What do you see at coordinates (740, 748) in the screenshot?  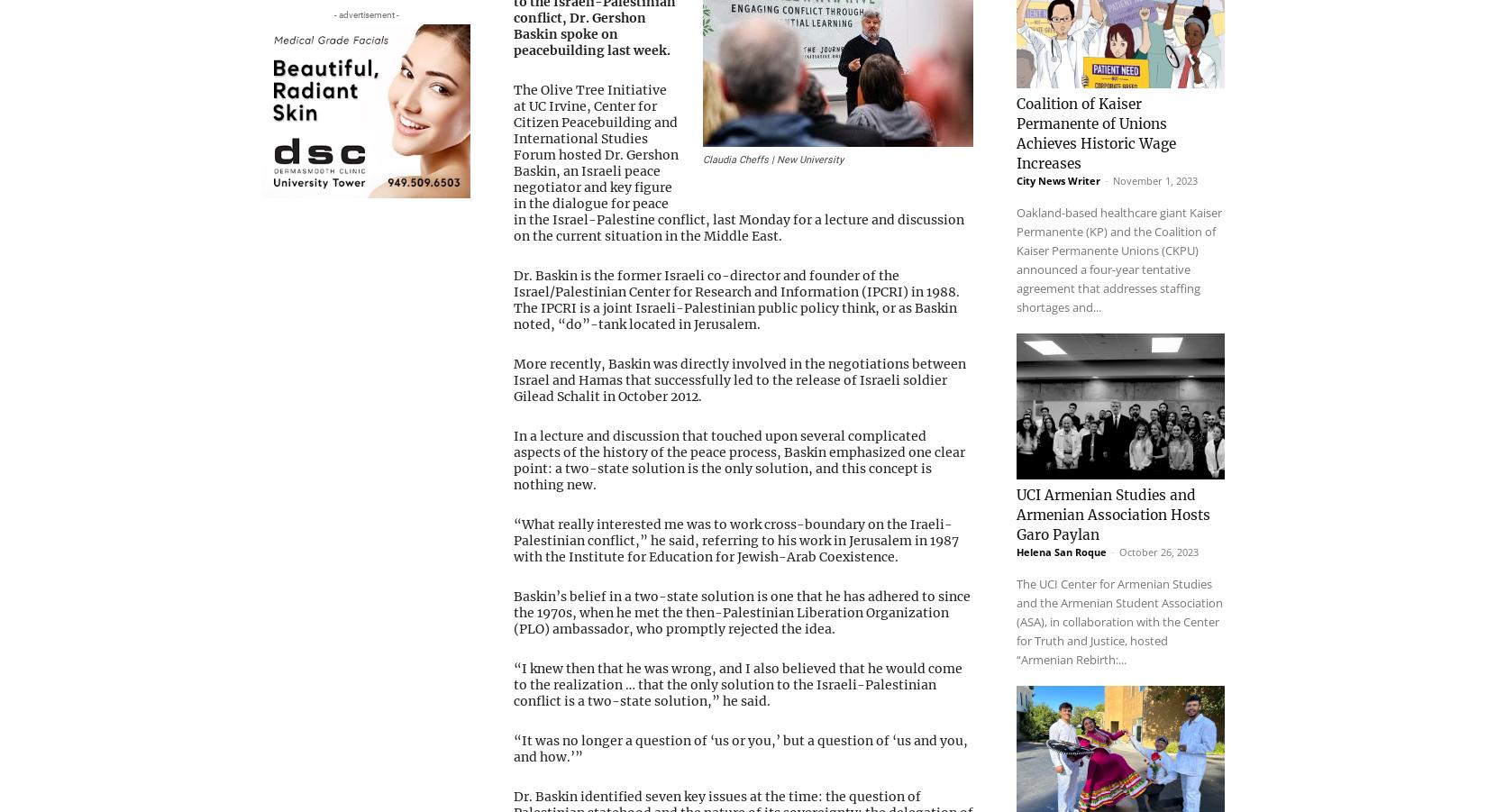 I see `'“It was no longer a question of ‘us or you,’ but a question of ‘us and you, and how.’”'` at bounding box center [740, 748].